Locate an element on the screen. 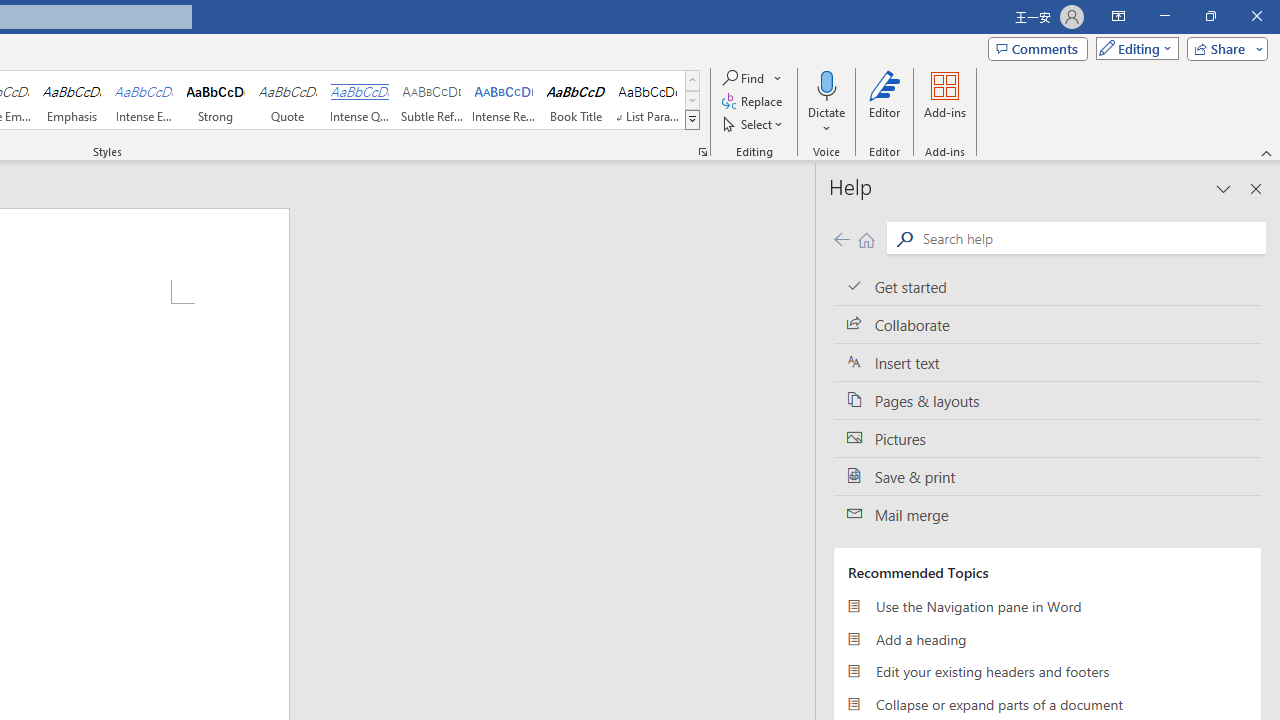 The width and height of the screenshot is (1280, 720). 'Comments' is located at coordinates (1038, 47).